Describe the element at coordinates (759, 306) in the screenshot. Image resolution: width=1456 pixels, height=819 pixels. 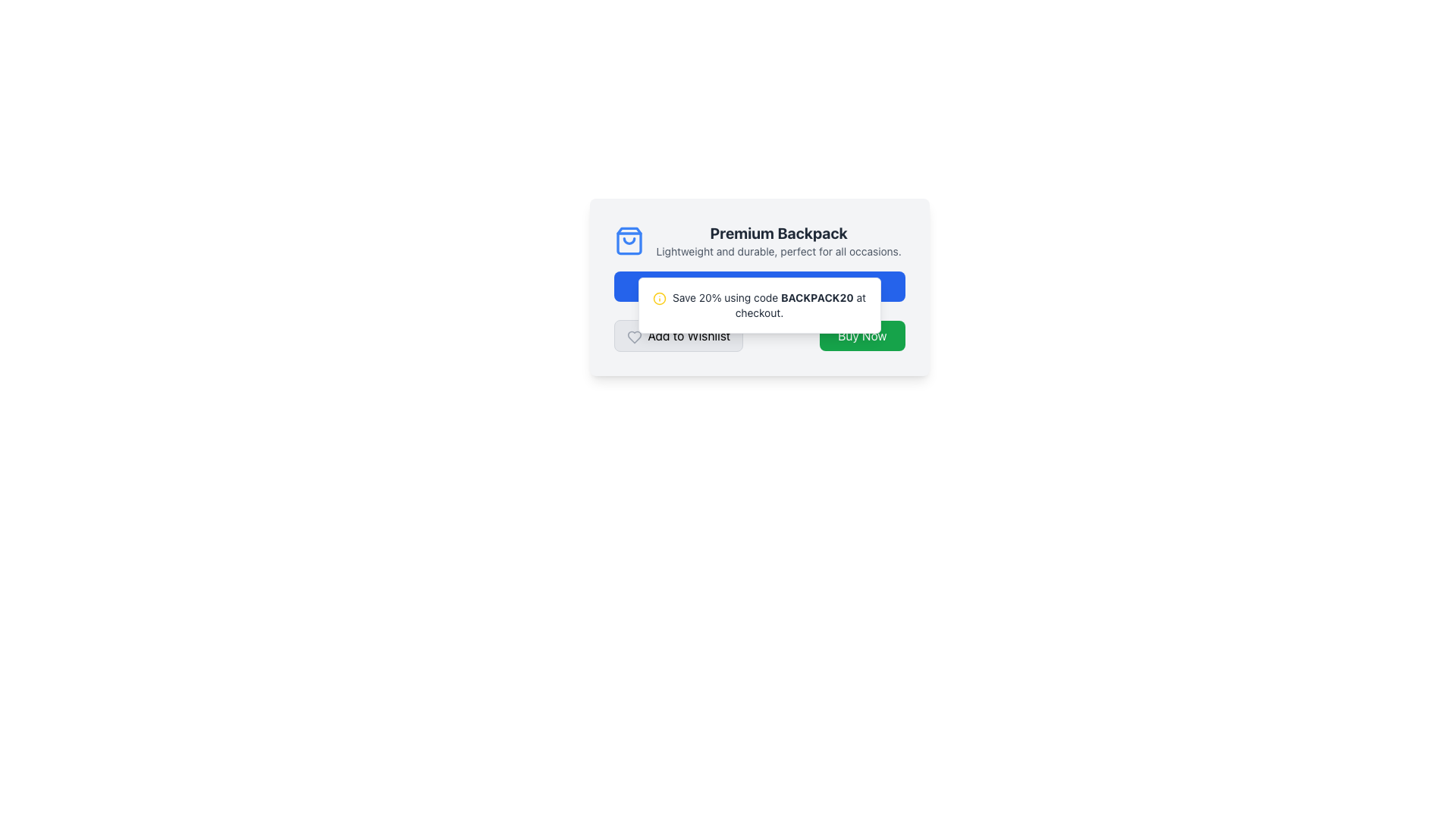
I see `the Informational Banner that displays a promotional discount, located below the 'Show Details' button and above the 'Add to Wishlist' and 'Buy Now' buttons` at that location.